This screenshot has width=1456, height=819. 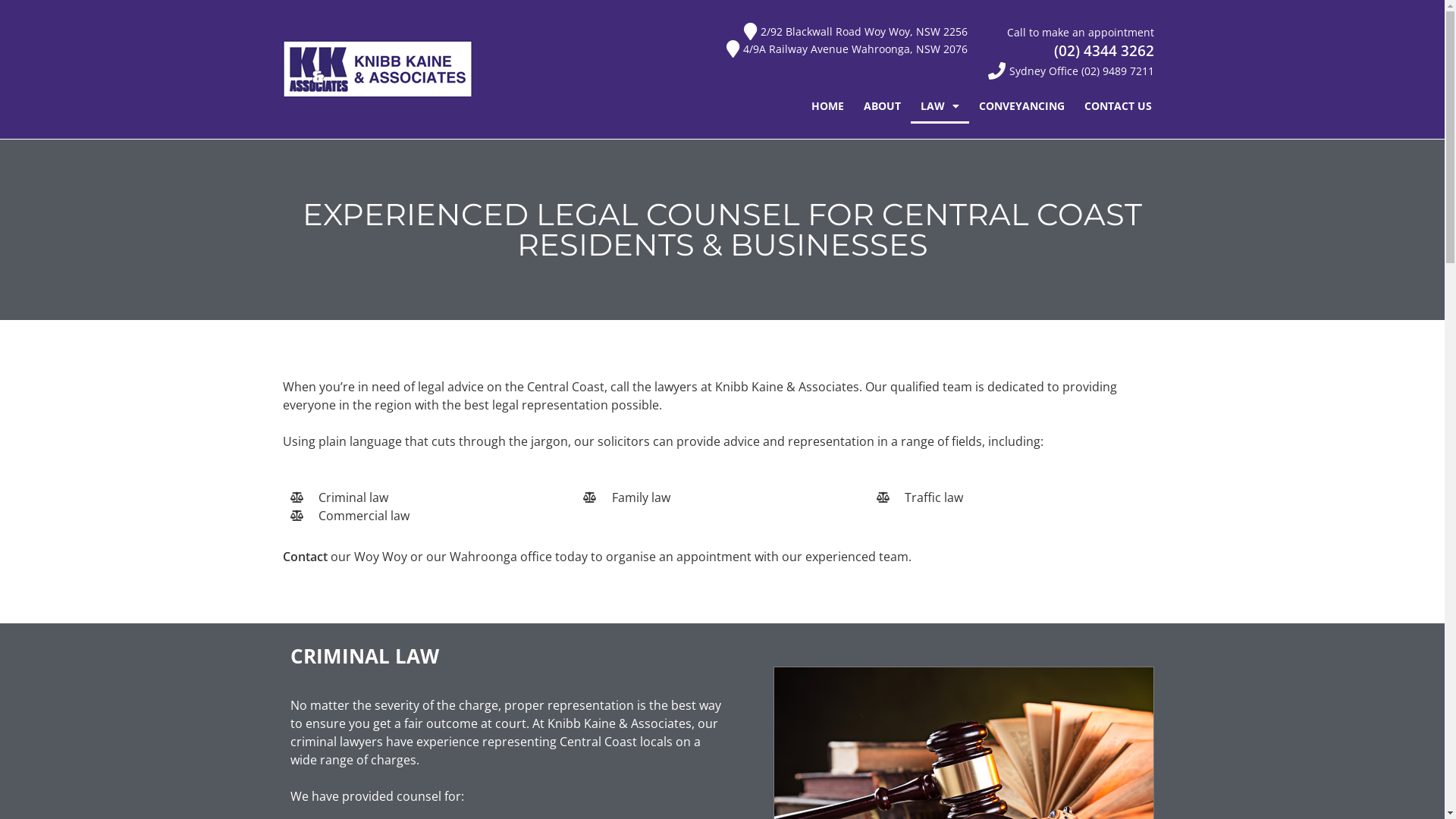 What do you see at coordinates (1118, 105) in the screenshot?
I see `'CONTACT US'` at bounding box center [1118, 105].